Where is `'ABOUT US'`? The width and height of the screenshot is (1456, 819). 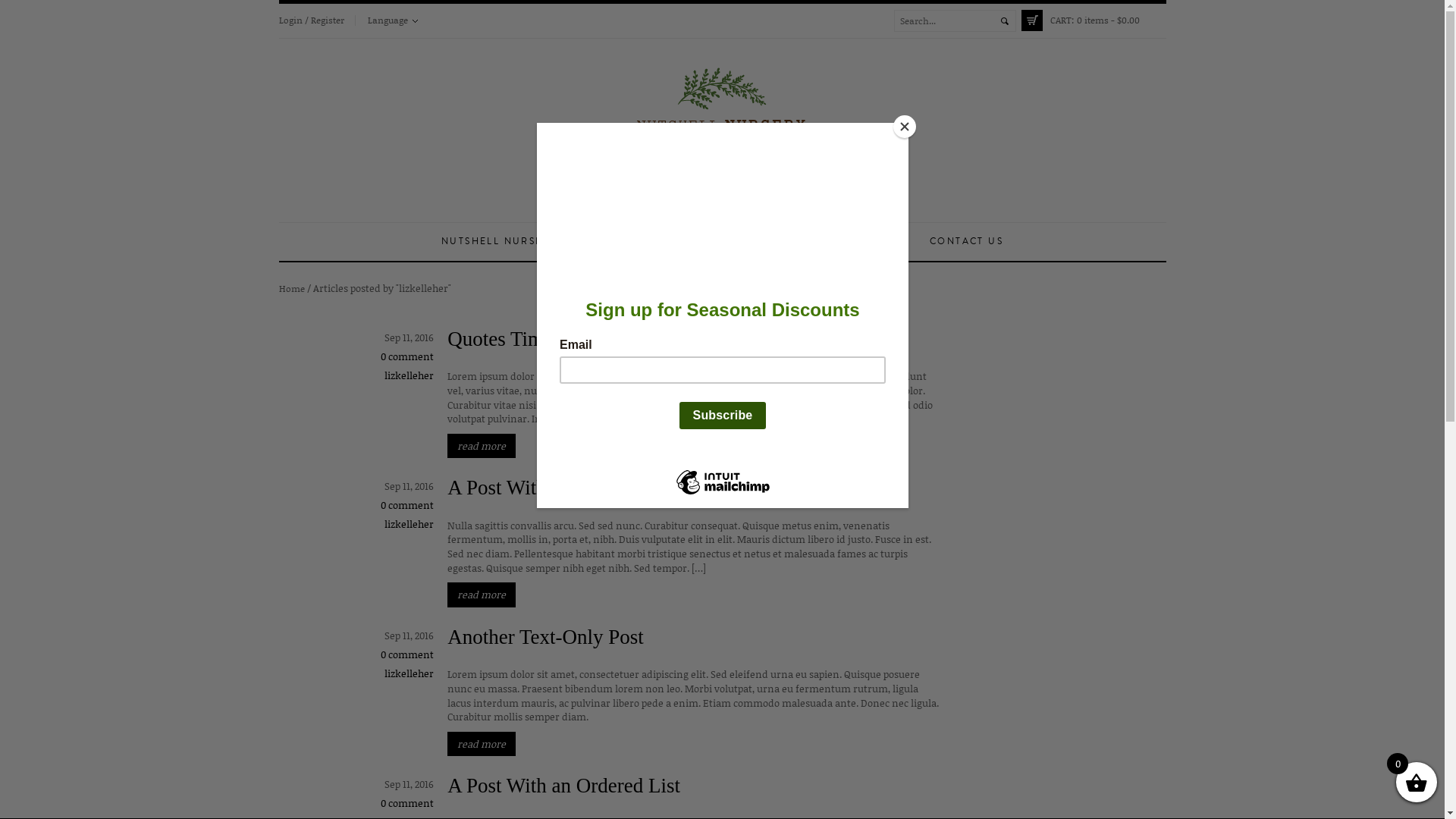
'ABOUT US' is located at coordinates (615, 241).